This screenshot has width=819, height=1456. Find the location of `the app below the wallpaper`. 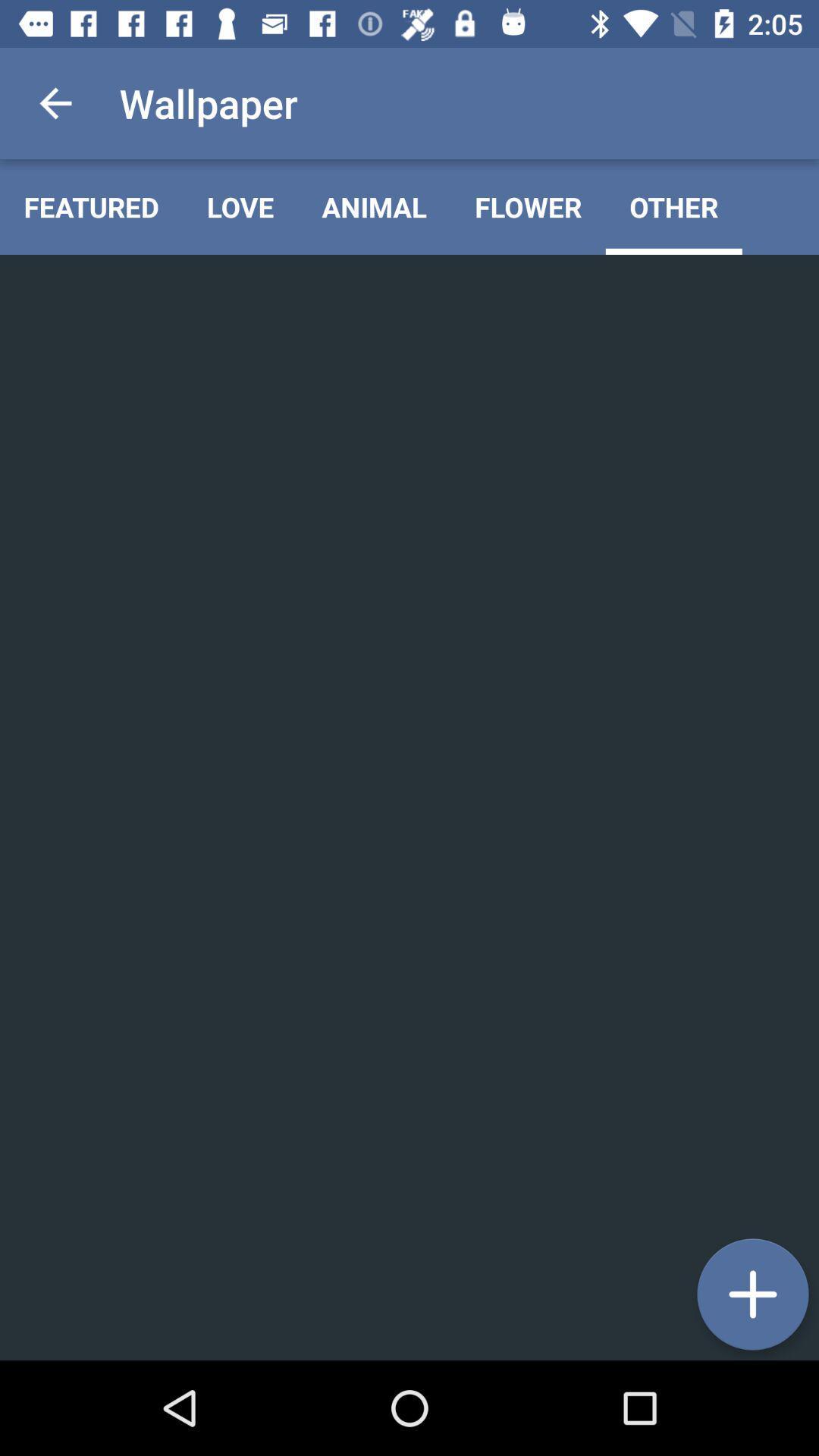

the app below the wallpaper is located at coordinates (240, 206).